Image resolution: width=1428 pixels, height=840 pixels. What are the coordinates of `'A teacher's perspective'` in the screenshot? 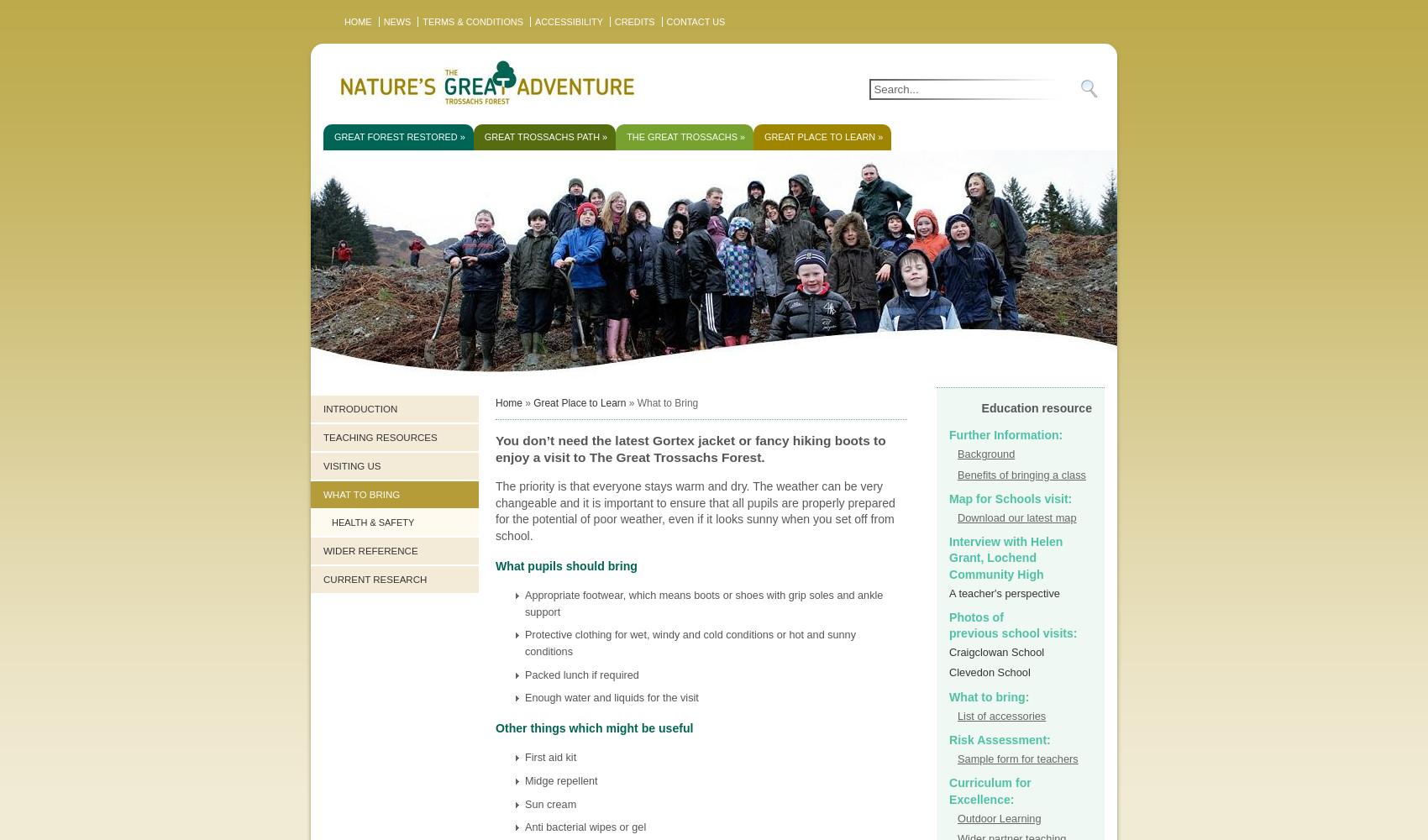 It's located at (1003, 591).